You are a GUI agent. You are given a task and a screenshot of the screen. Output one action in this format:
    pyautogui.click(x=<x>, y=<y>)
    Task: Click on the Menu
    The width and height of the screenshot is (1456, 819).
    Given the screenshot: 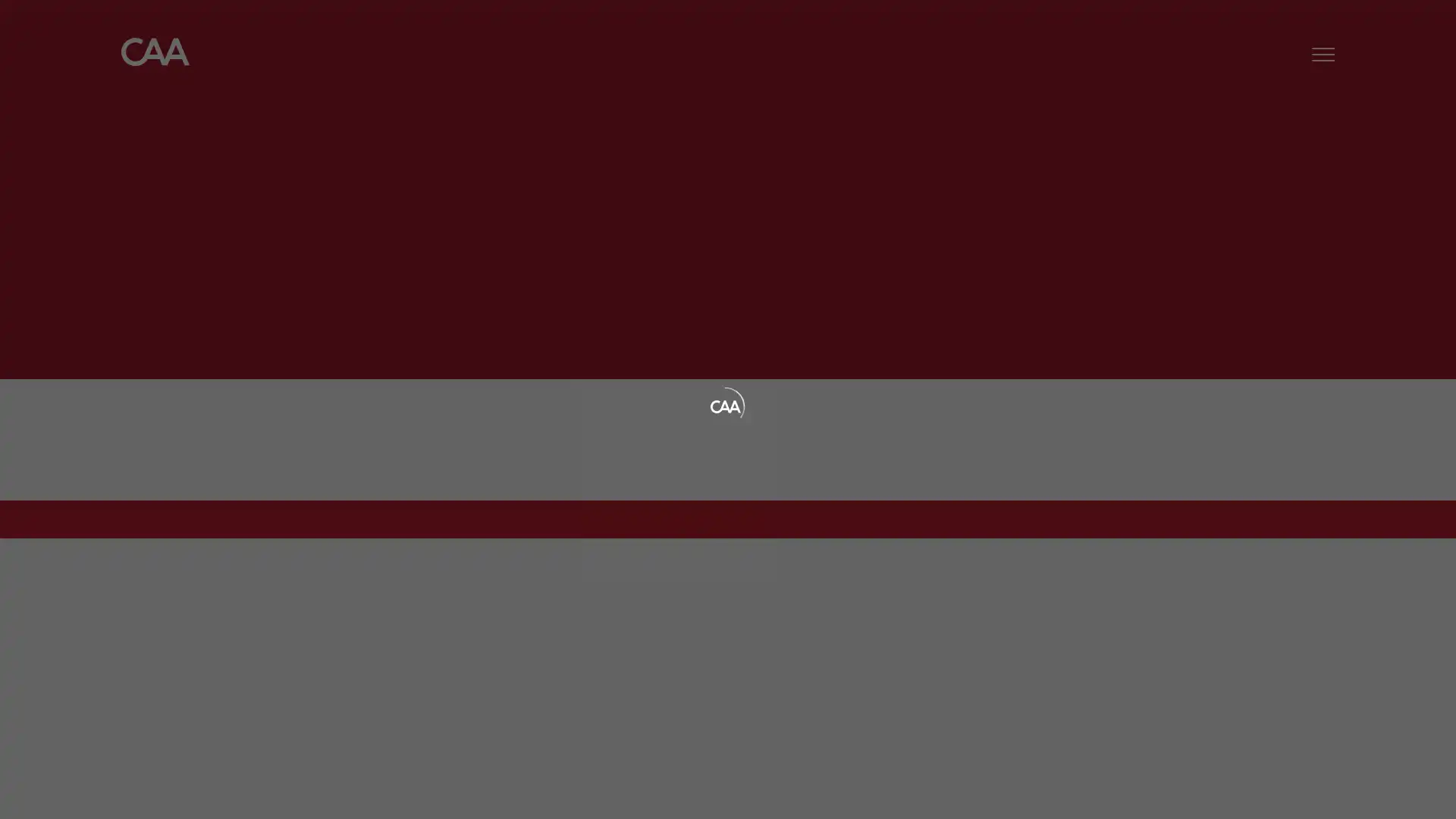 What is the action you would take?
    pyautogui.click(x=1323, y=56)
    